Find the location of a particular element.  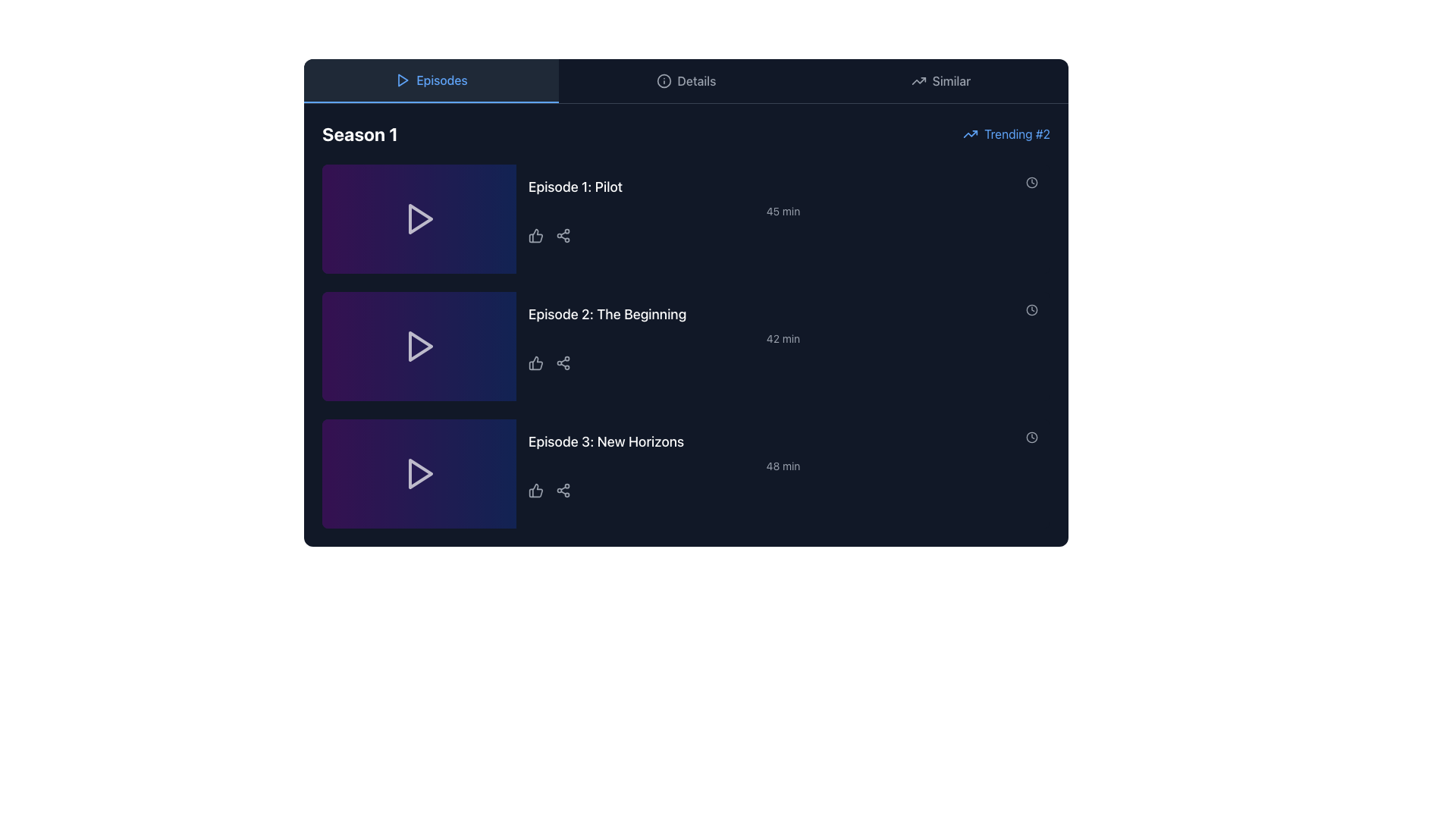

the thumbs-up icon representing the like button, located to the right of 'Episode 1: Pilot', to change its color is located at coordinates (535, 236).